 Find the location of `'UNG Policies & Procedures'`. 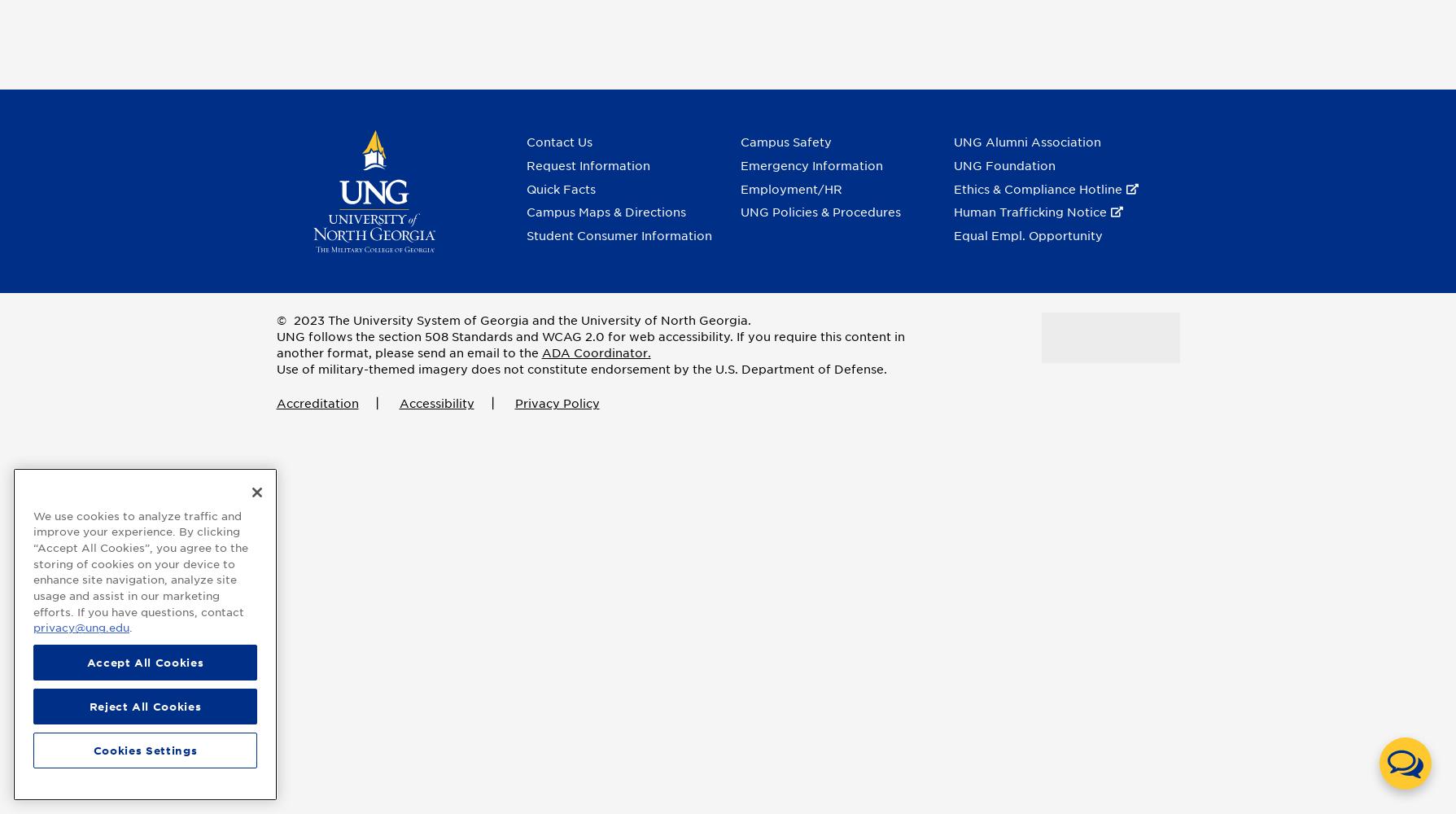

'UNG Policies & Procedures' is located at coordinates (819, 212).